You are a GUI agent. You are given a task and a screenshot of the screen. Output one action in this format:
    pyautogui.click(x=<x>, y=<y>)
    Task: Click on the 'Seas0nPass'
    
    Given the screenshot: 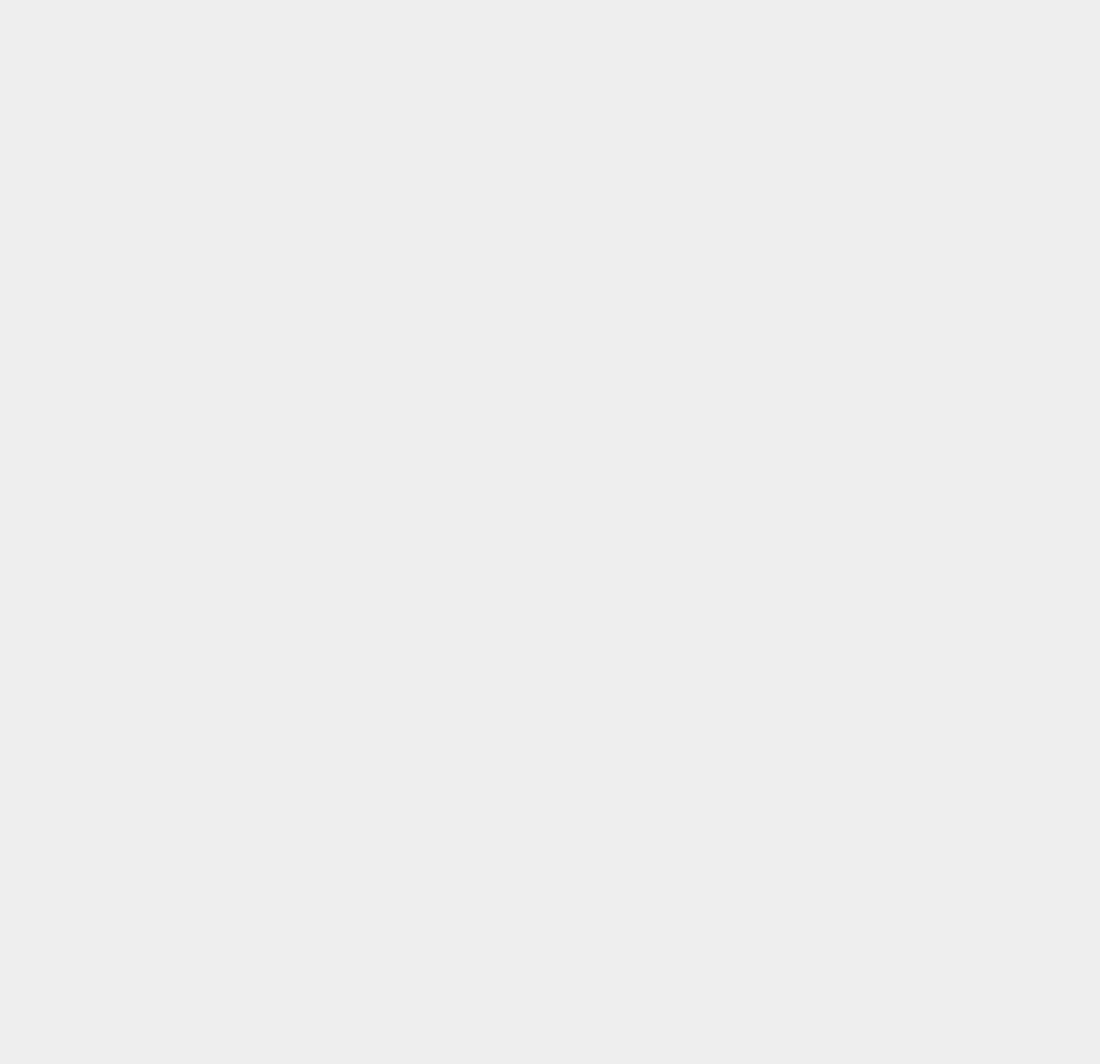 What is the action you would take?
    pyautogui.click(x=816, y=499)
    